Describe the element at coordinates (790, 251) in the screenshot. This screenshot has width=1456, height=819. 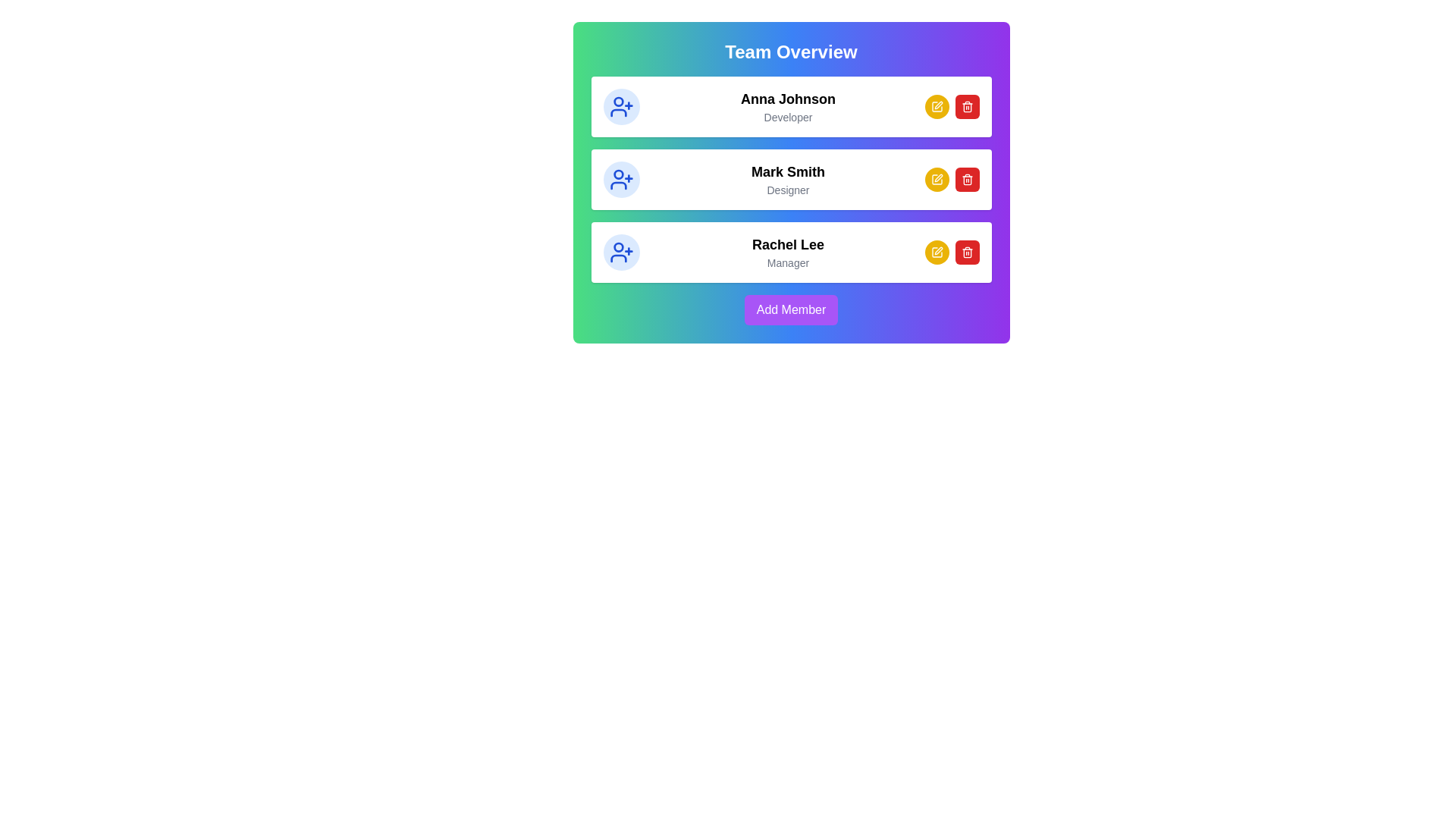
I see `the third card in the 'Team Overview' section` at that location.